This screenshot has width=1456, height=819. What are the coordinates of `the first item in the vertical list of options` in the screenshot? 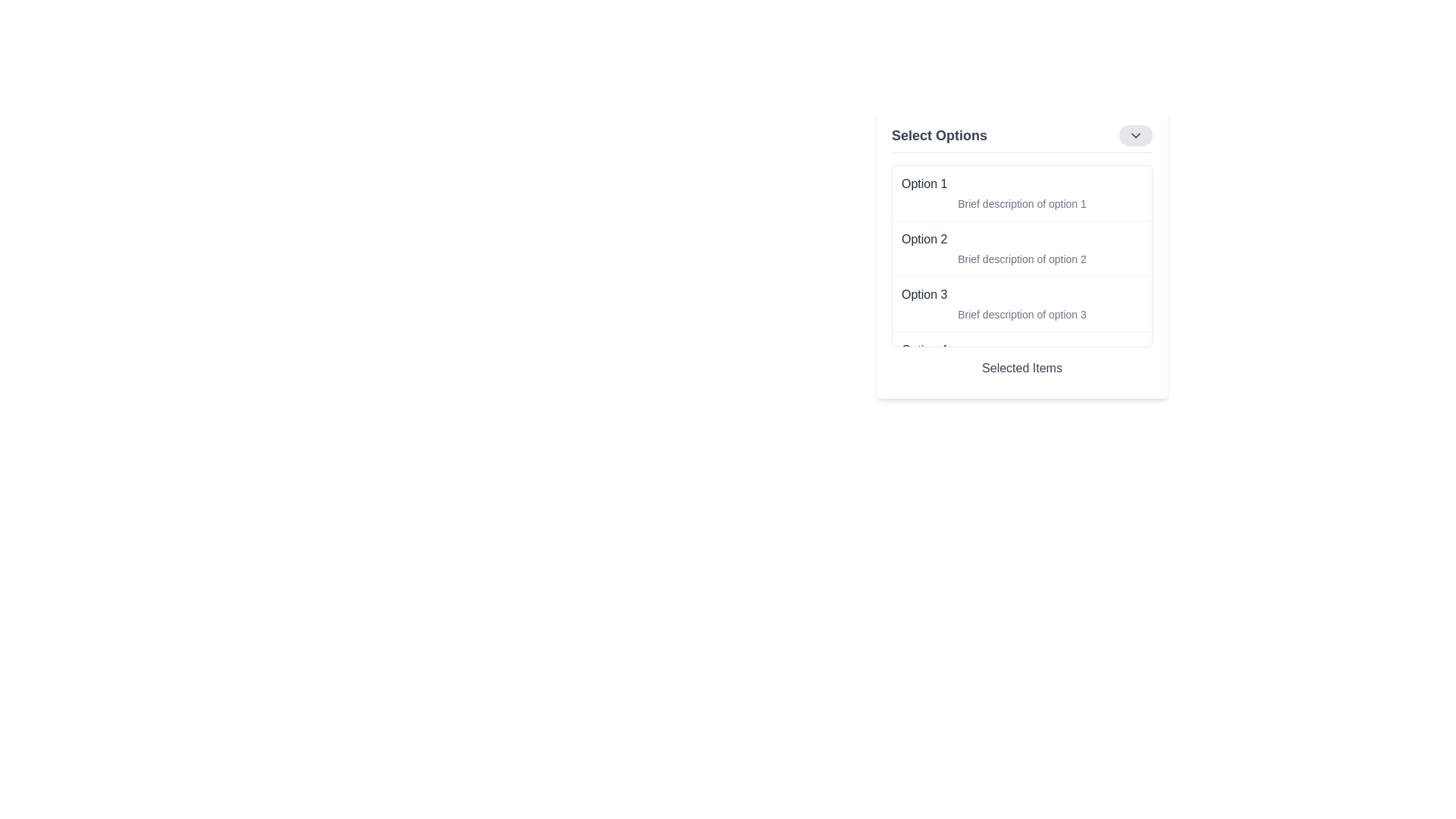 It's located at (1022, 192).